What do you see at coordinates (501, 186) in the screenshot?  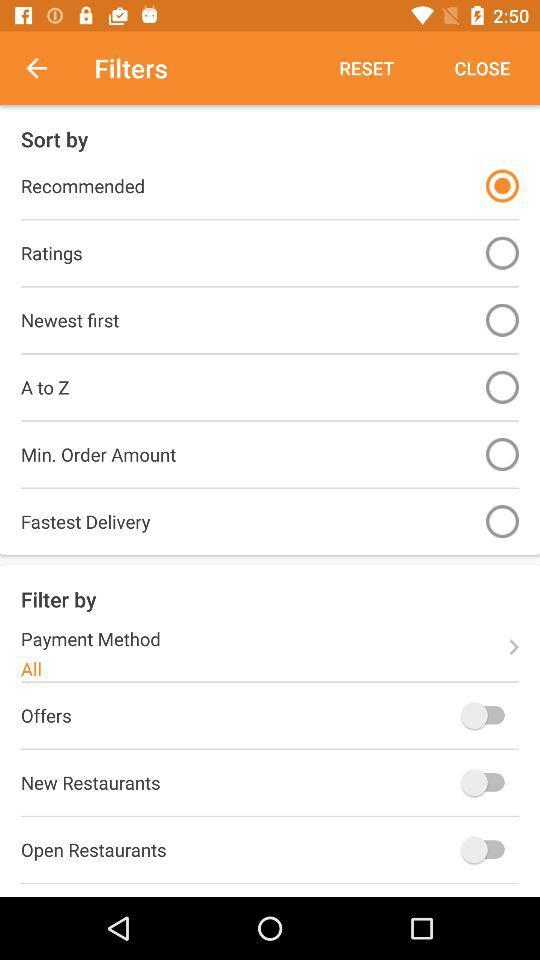 I see `filter on/off toggle` at bounding box center [501, 186].